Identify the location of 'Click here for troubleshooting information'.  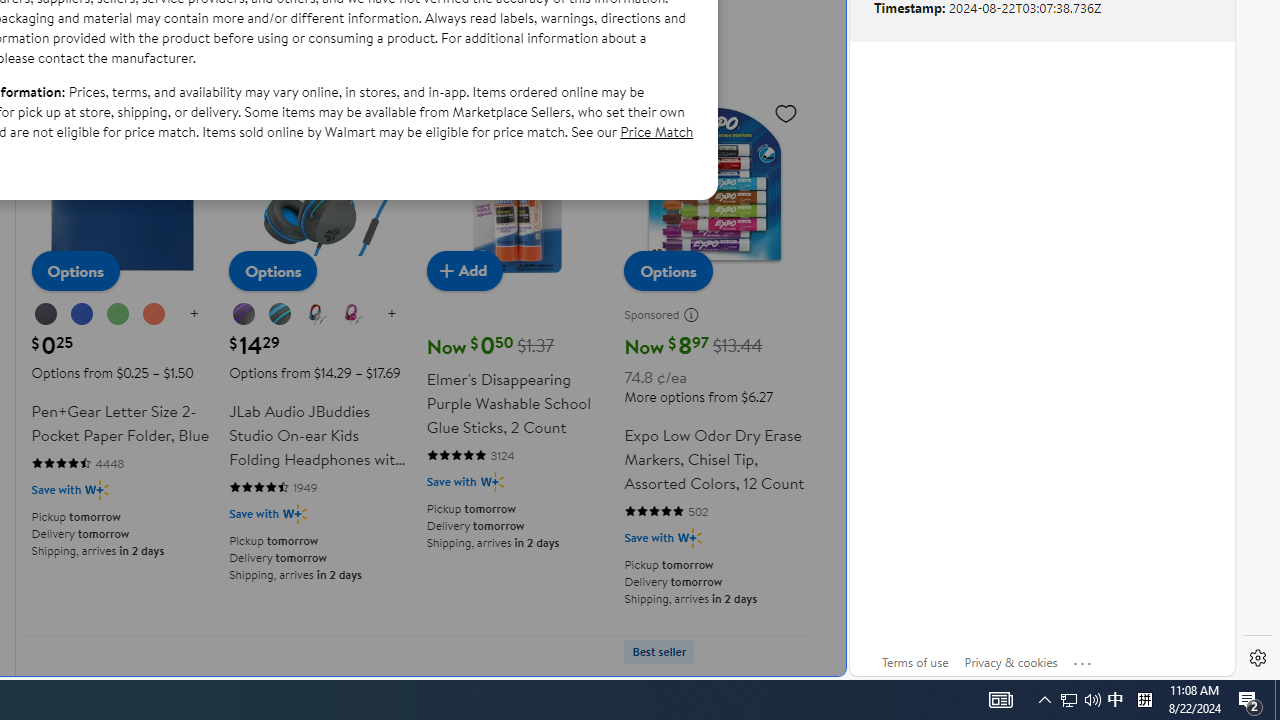
(1082, 659).